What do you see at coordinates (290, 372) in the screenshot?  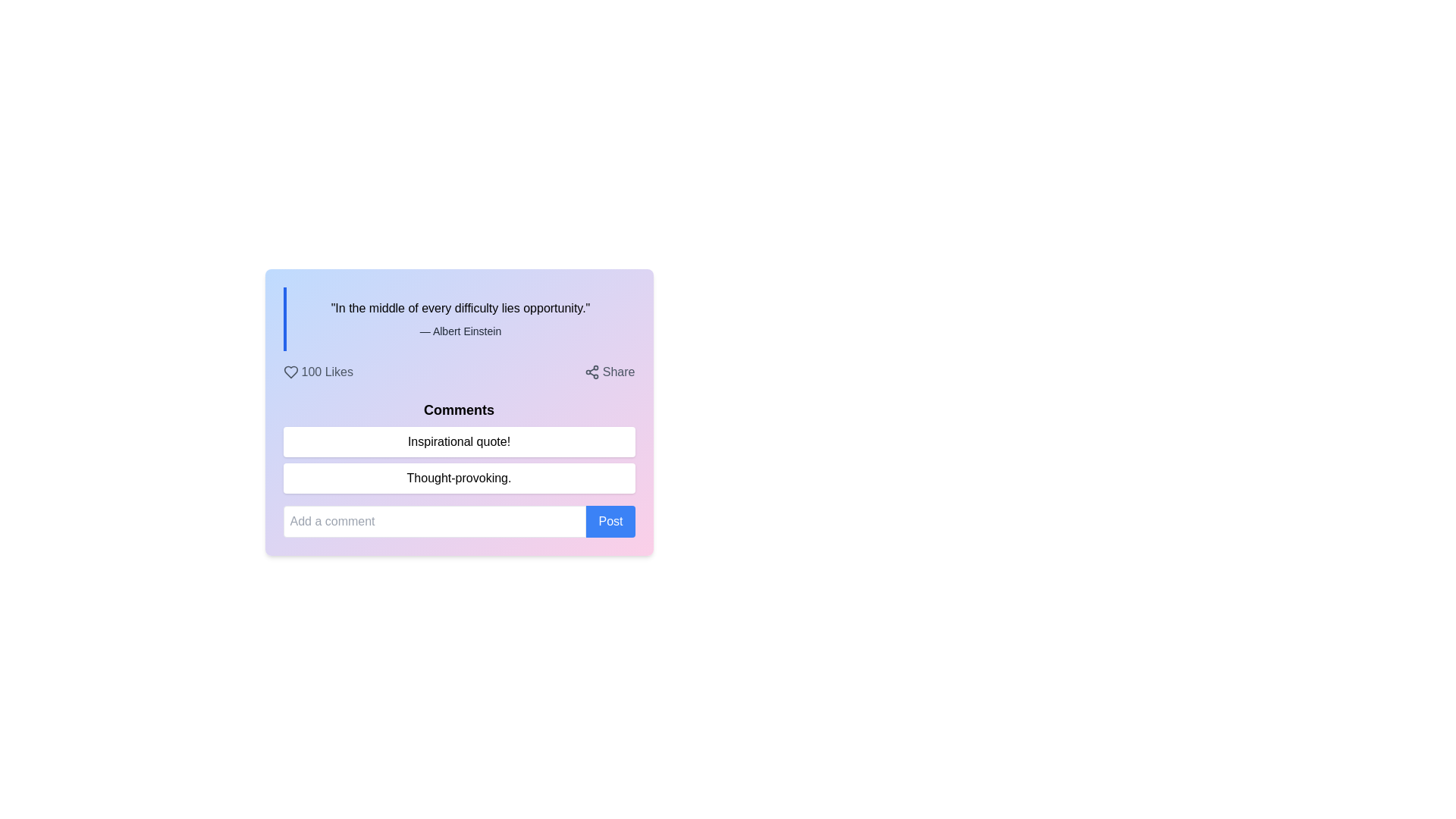 I see `the like icon located to the left of the '100 Likes' text` at bounding box center [290, 372].